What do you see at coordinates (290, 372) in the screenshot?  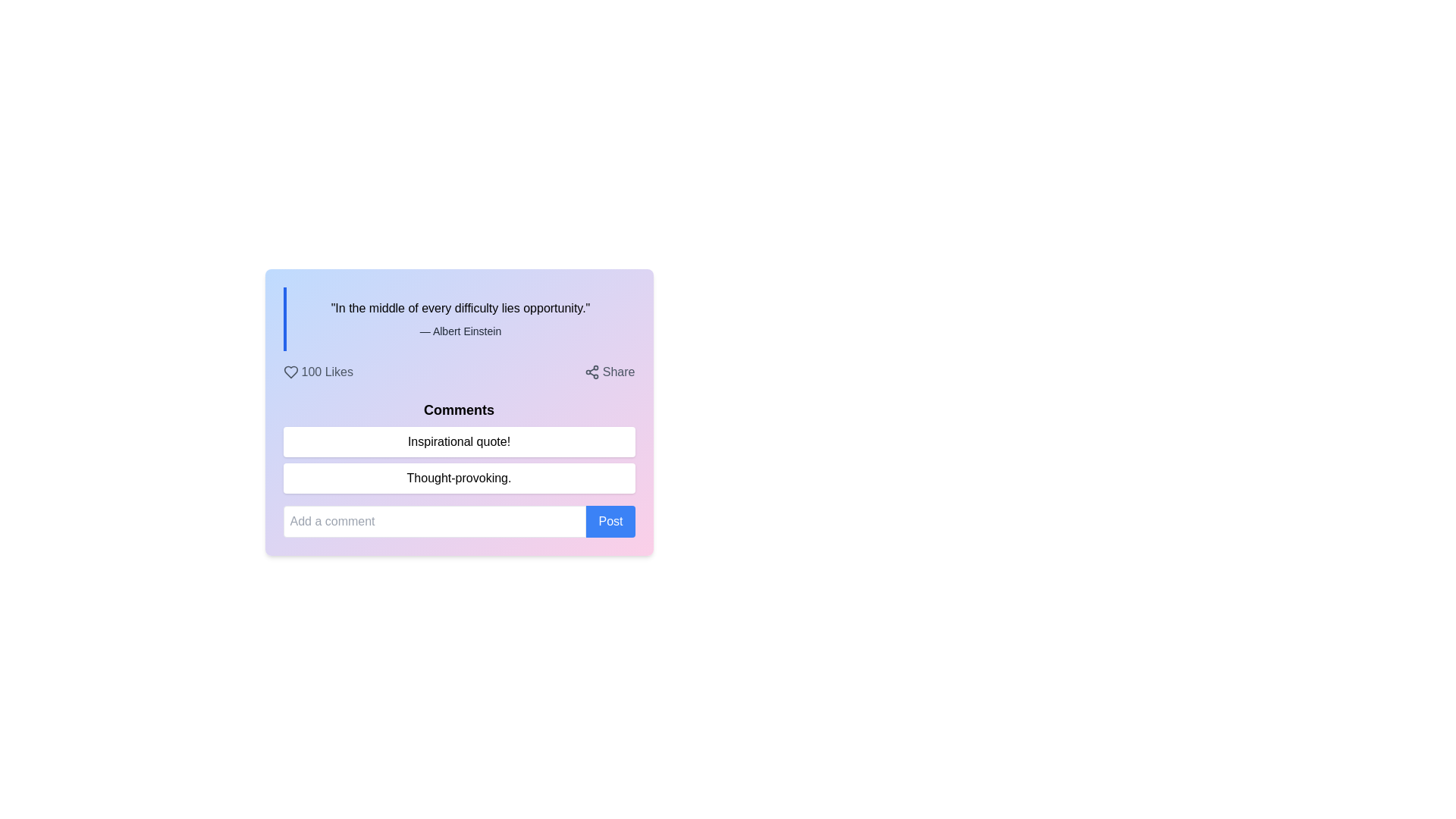 I see `the like icon located to the left of the '100 Likes' text` at bounding box center [290, 372].